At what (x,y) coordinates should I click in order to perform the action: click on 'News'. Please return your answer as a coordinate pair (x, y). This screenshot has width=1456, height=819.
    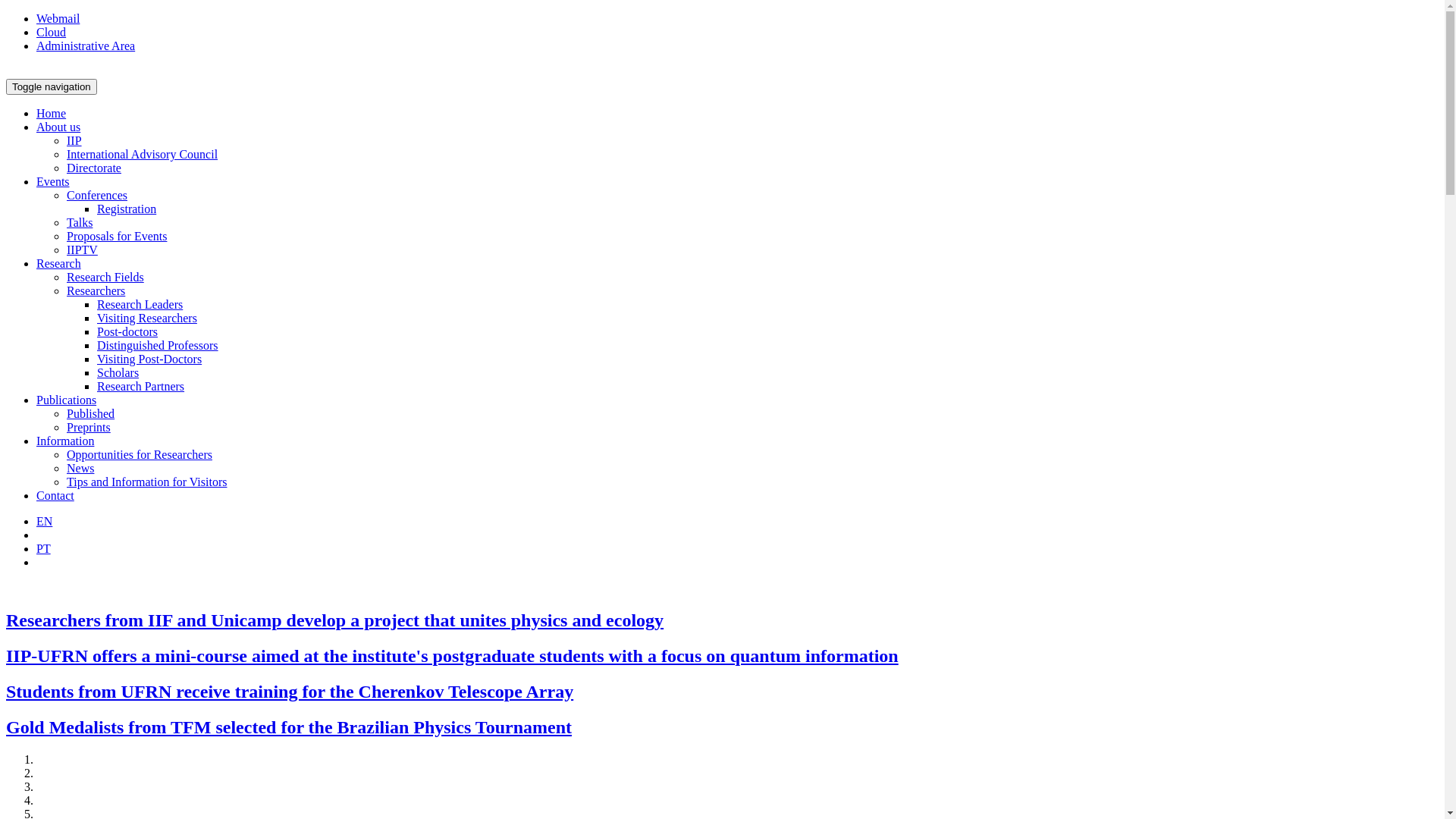
    Looking at the image, I should click on (79, 467).